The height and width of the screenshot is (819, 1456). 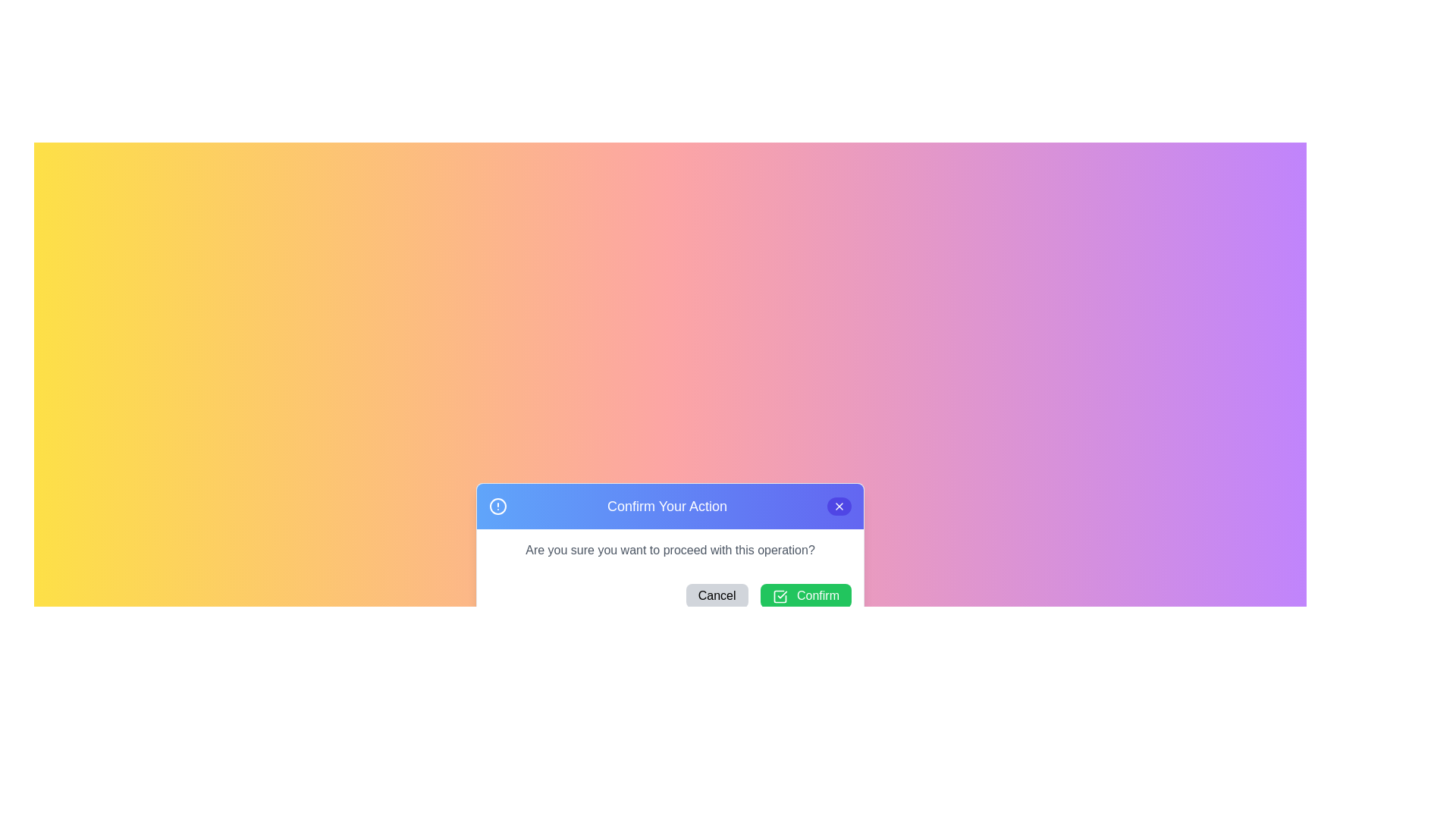 I want to click on the affirmative action SVG graphic icon, so click(x=780, y=595).